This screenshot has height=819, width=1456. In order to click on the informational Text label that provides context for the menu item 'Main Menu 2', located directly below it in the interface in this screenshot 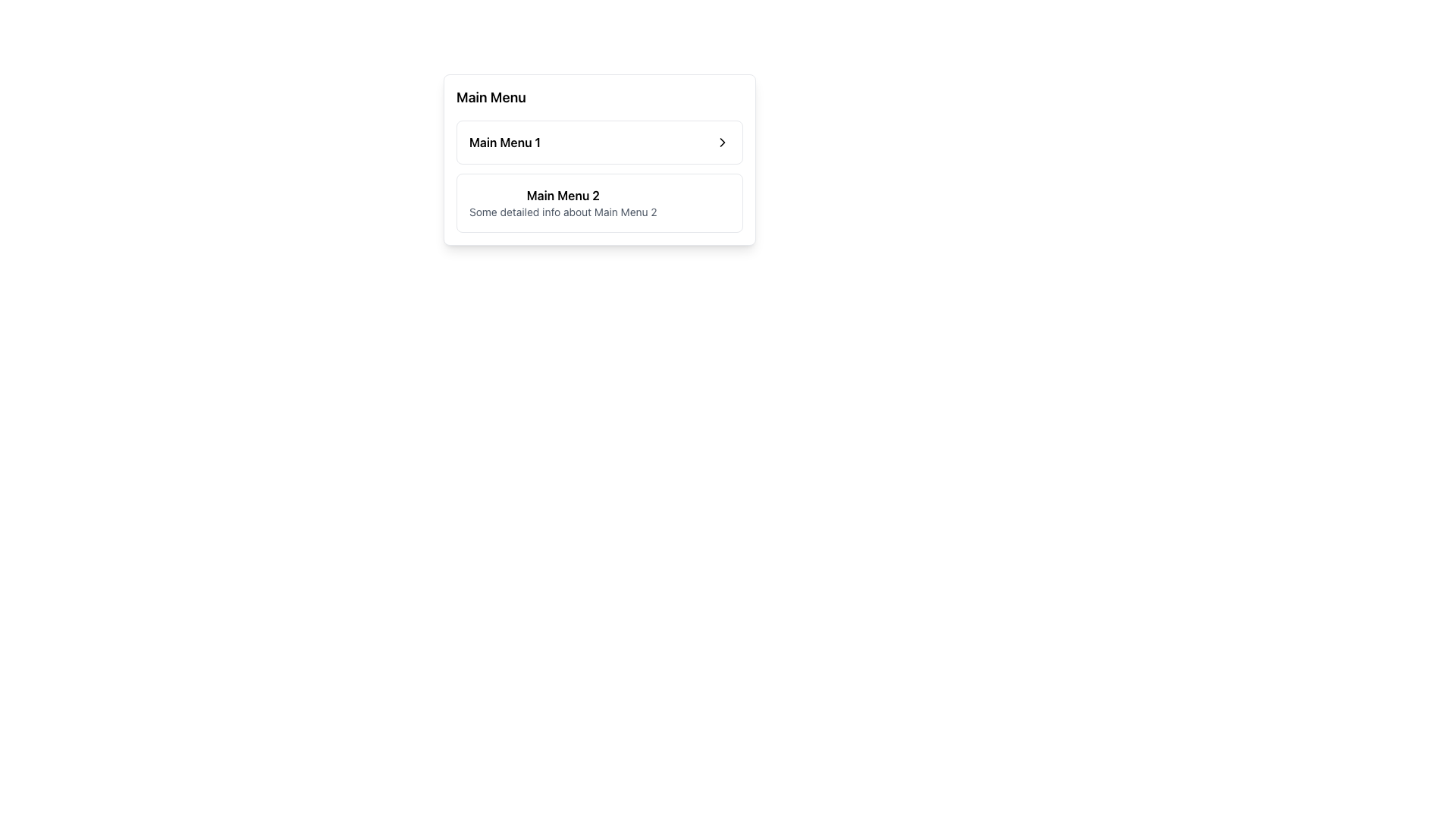, I will do `click(562, 212)`.